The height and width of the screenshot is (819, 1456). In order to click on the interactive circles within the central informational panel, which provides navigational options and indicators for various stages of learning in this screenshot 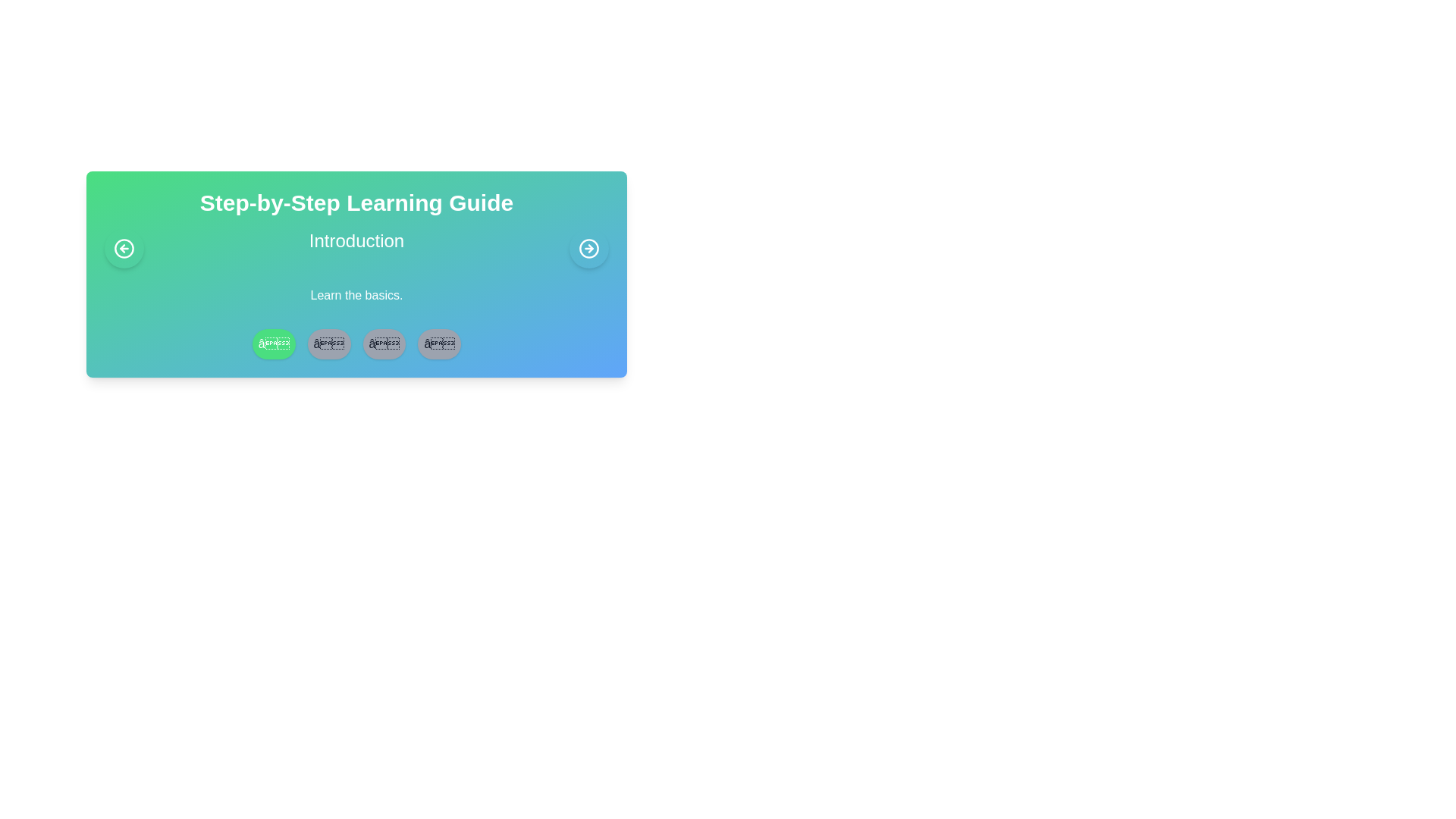, I will do `click(356, 275)`.